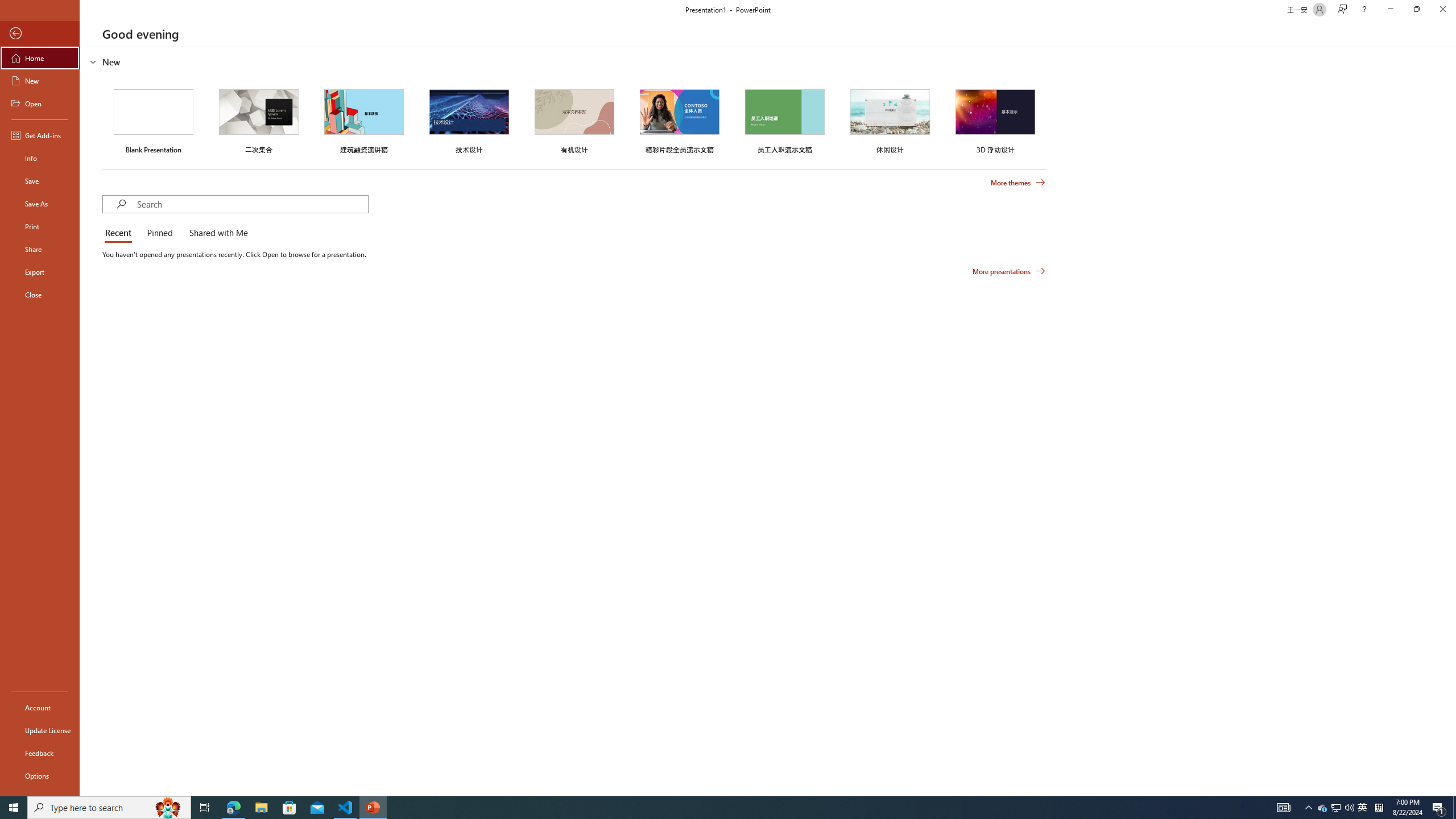 The width and height of the screenshot is (1456, 819). Describe the element at coordinates (39, 80) in the screenshot. I see `'New'` at that location.